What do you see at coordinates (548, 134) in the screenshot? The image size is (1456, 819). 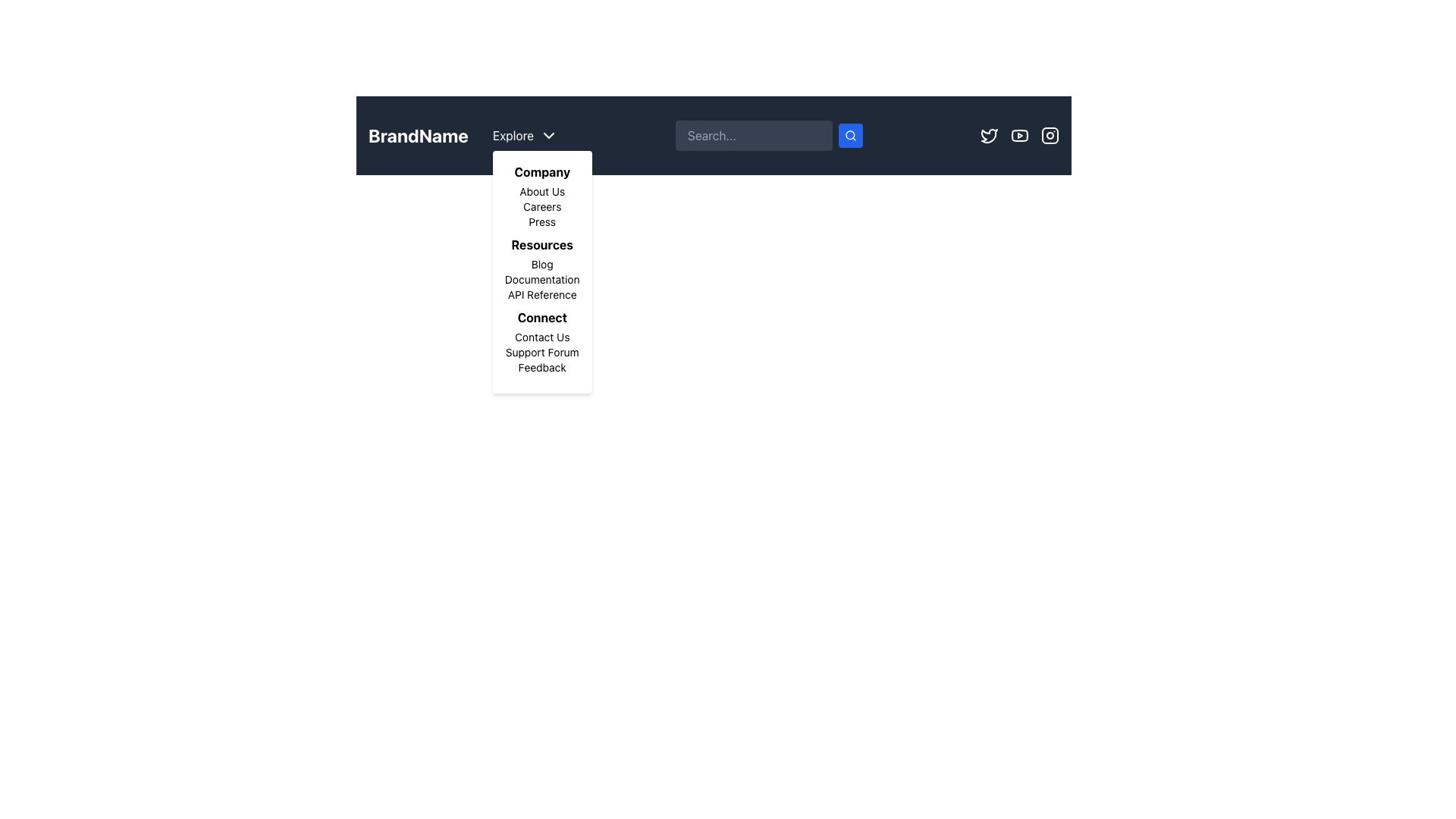 I see `the downward-pointing chevron icon located next to the 'Explore' text in the navigation bar` at bounding box center [548, 134].